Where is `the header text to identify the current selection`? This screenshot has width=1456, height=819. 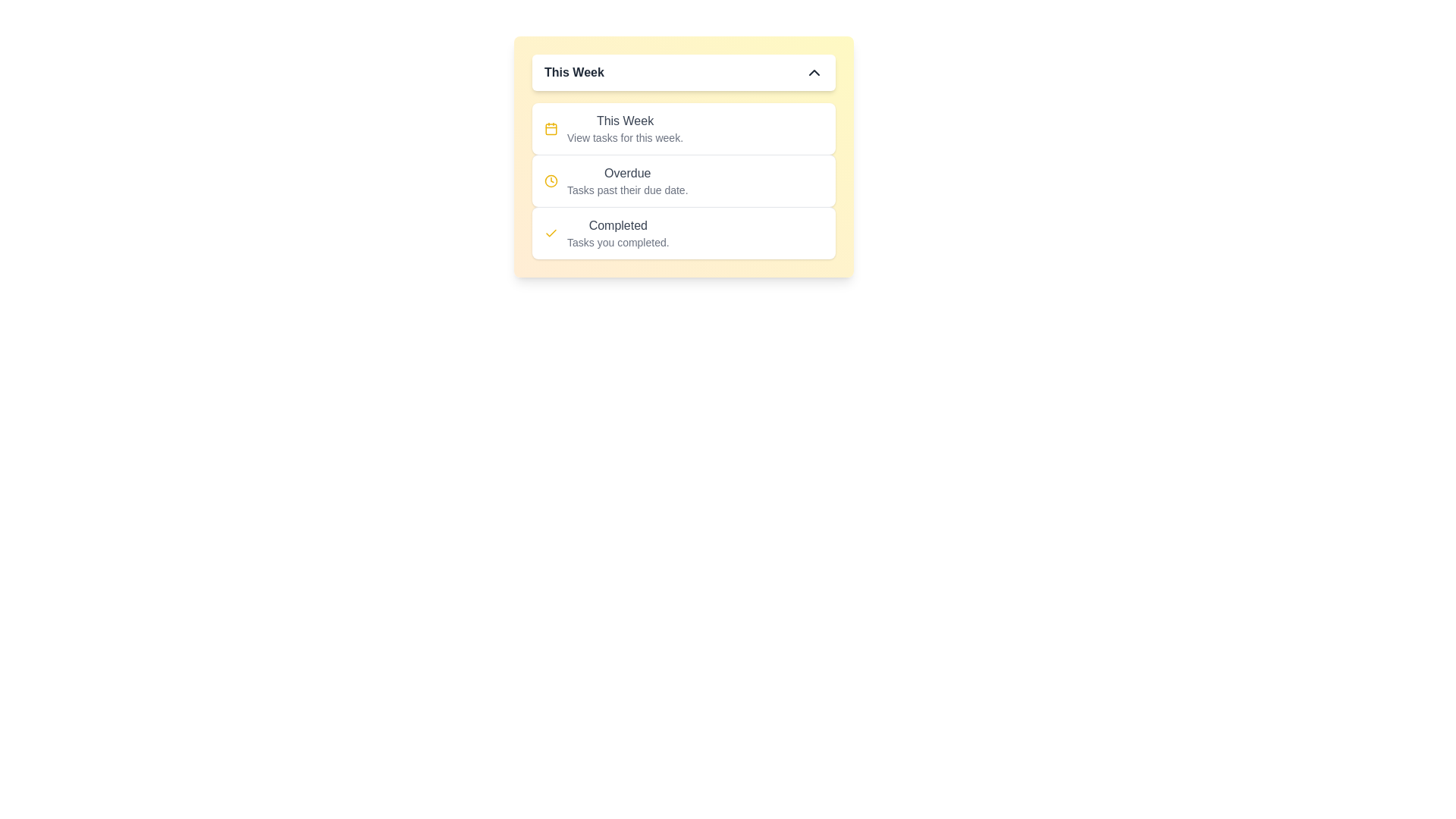
the header text to identify the current selection is located at coordinates (683, 73).